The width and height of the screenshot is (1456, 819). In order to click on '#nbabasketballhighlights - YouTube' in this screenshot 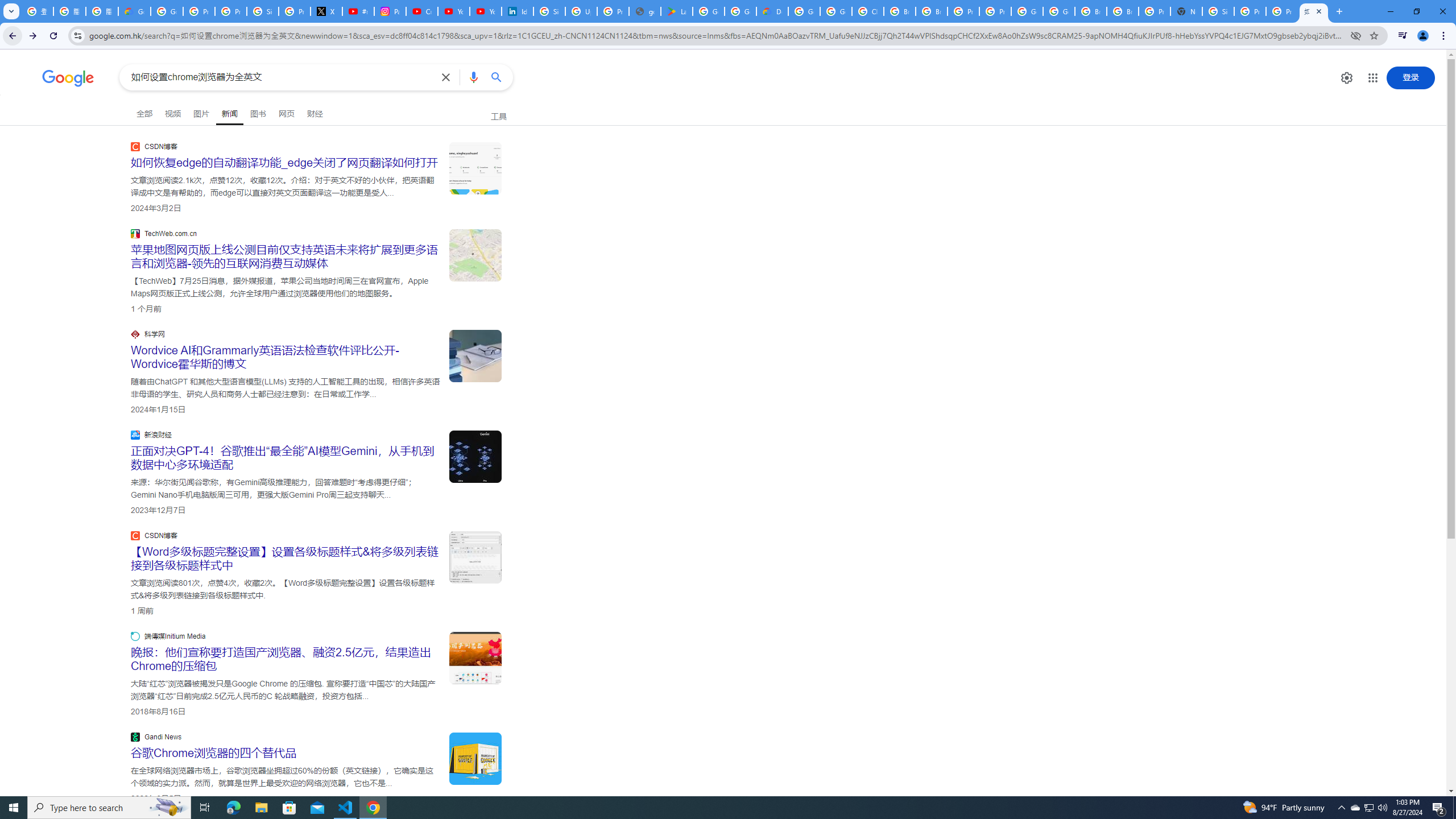, I will do `click(359, 11)`.